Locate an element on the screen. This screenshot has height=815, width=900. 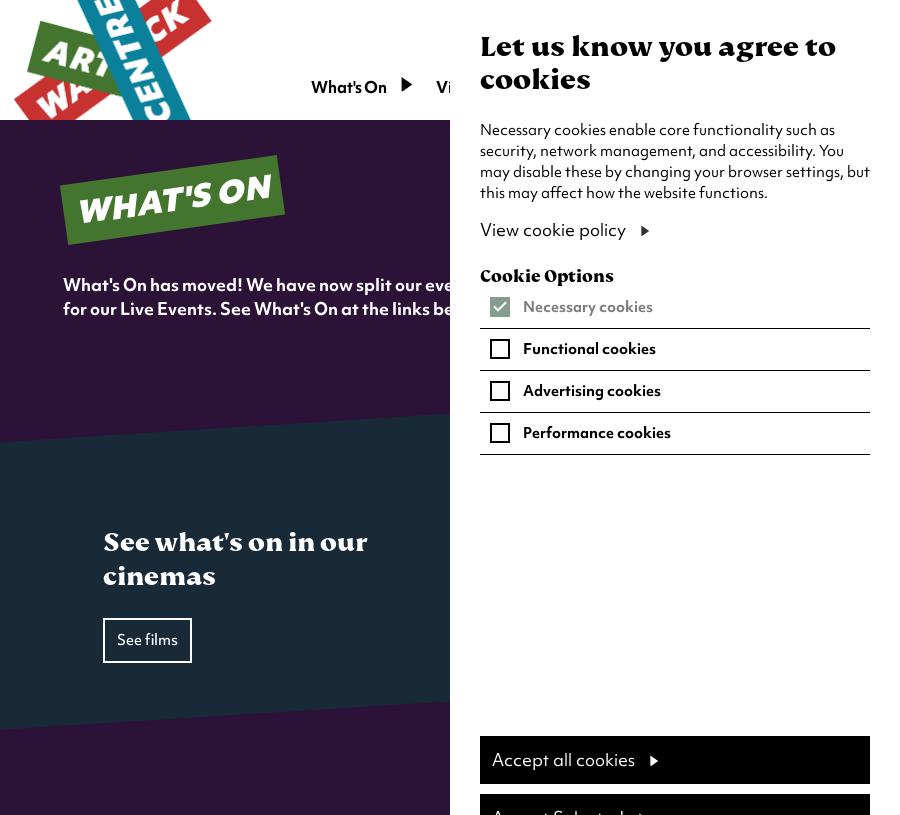
'See what's on in our cinemas' is located at coordinates (233, 557).